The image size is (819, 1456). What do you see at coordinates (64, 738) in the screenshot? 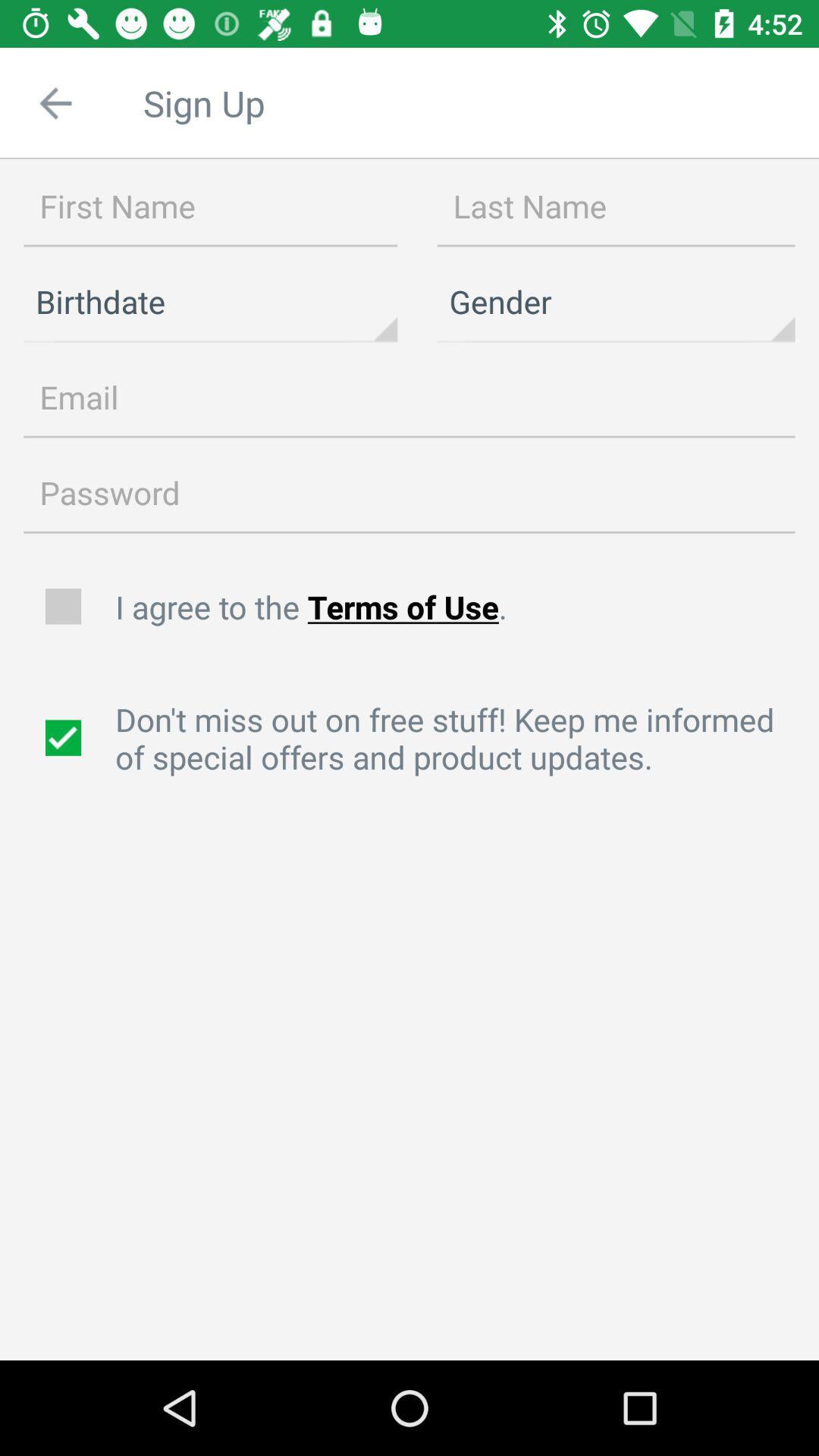
I see `click for further updates and offers` at bounding box center [64, 738].